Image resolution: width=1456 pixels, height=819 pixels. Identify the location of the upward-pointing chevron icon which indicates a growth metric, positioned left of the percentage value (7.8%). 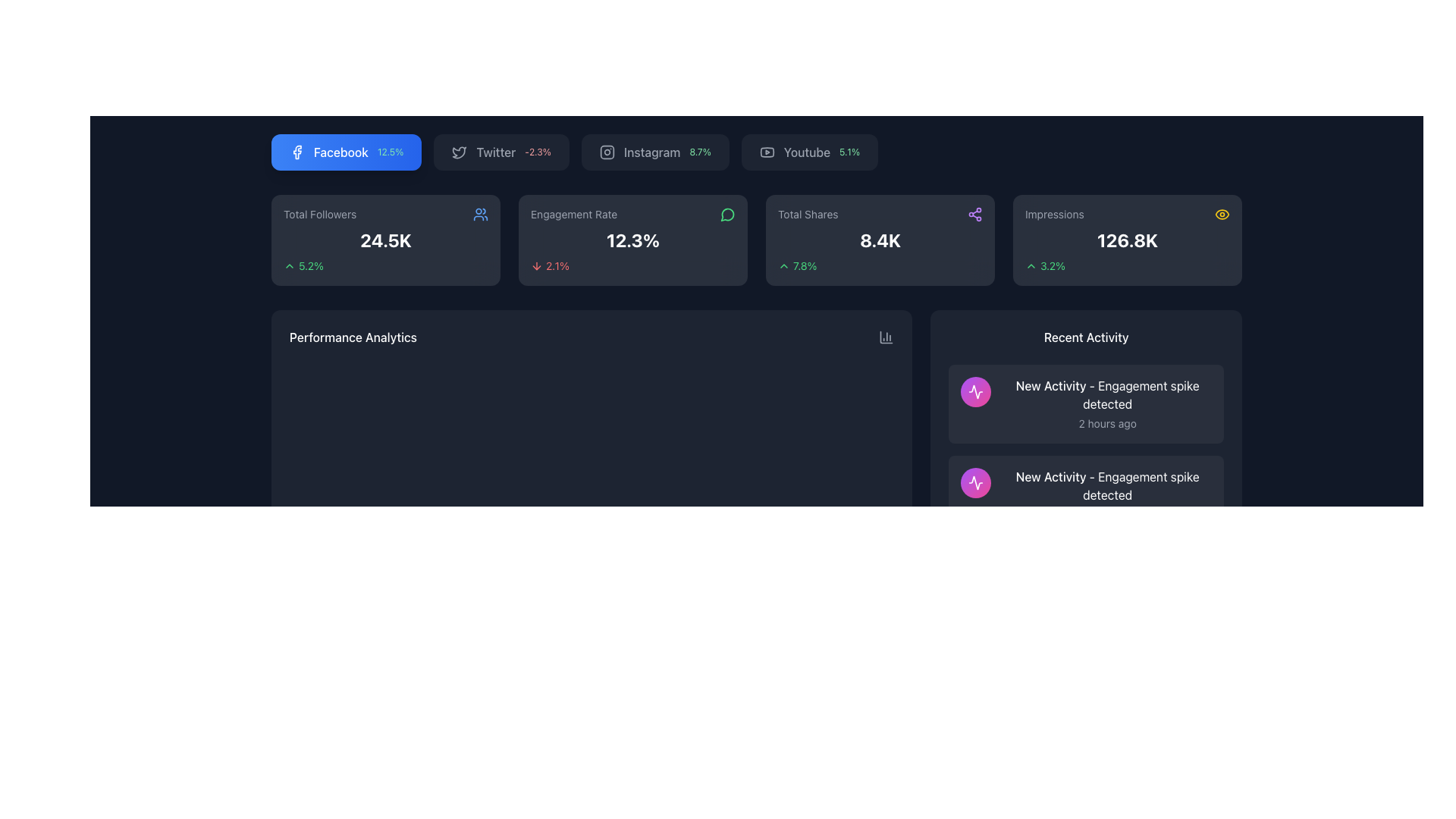
(783, 265).